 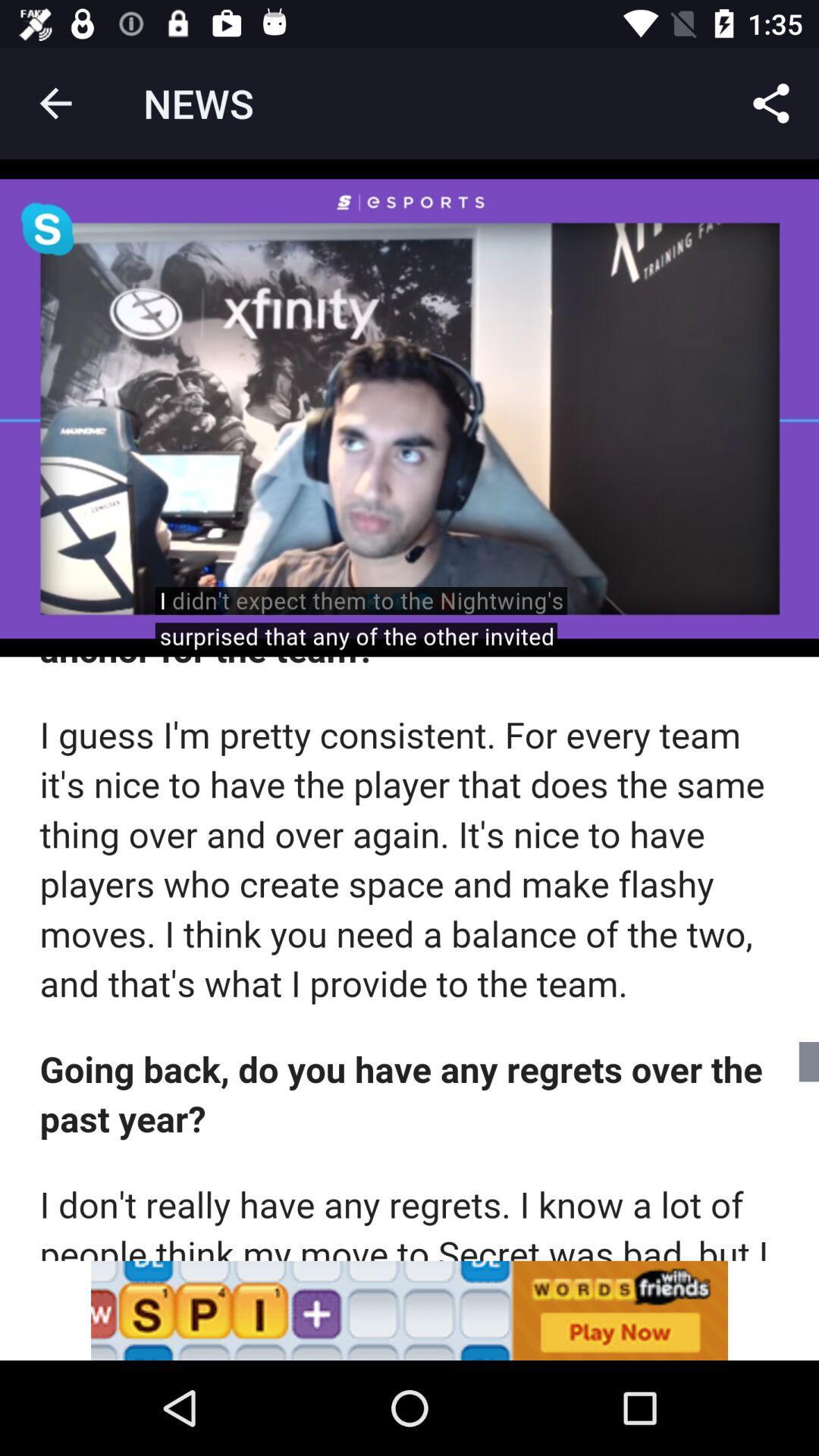 What do you see at coordinates (409, 1310) in the screenshot?
I see `advertisement banner` at bounding box center [409, 1310].